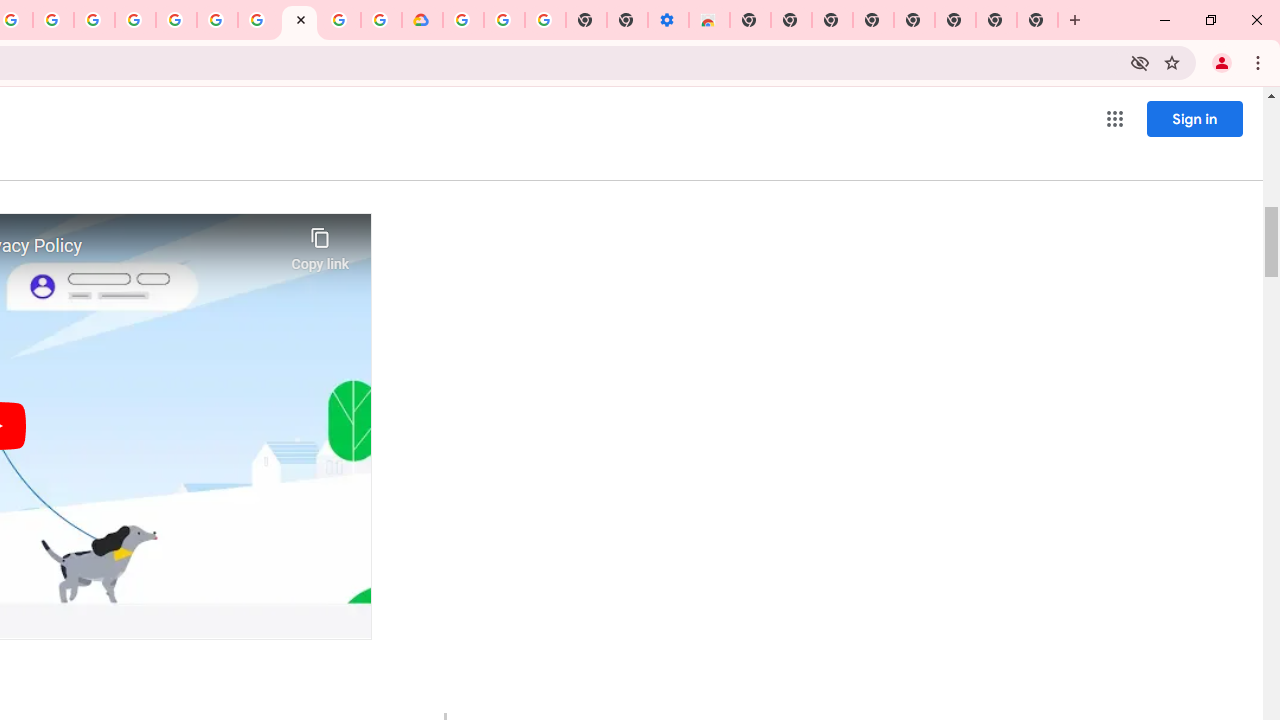  Describe the element at coordinates (320, 243) in the screenshot. I see `'Copy link'` at that location.